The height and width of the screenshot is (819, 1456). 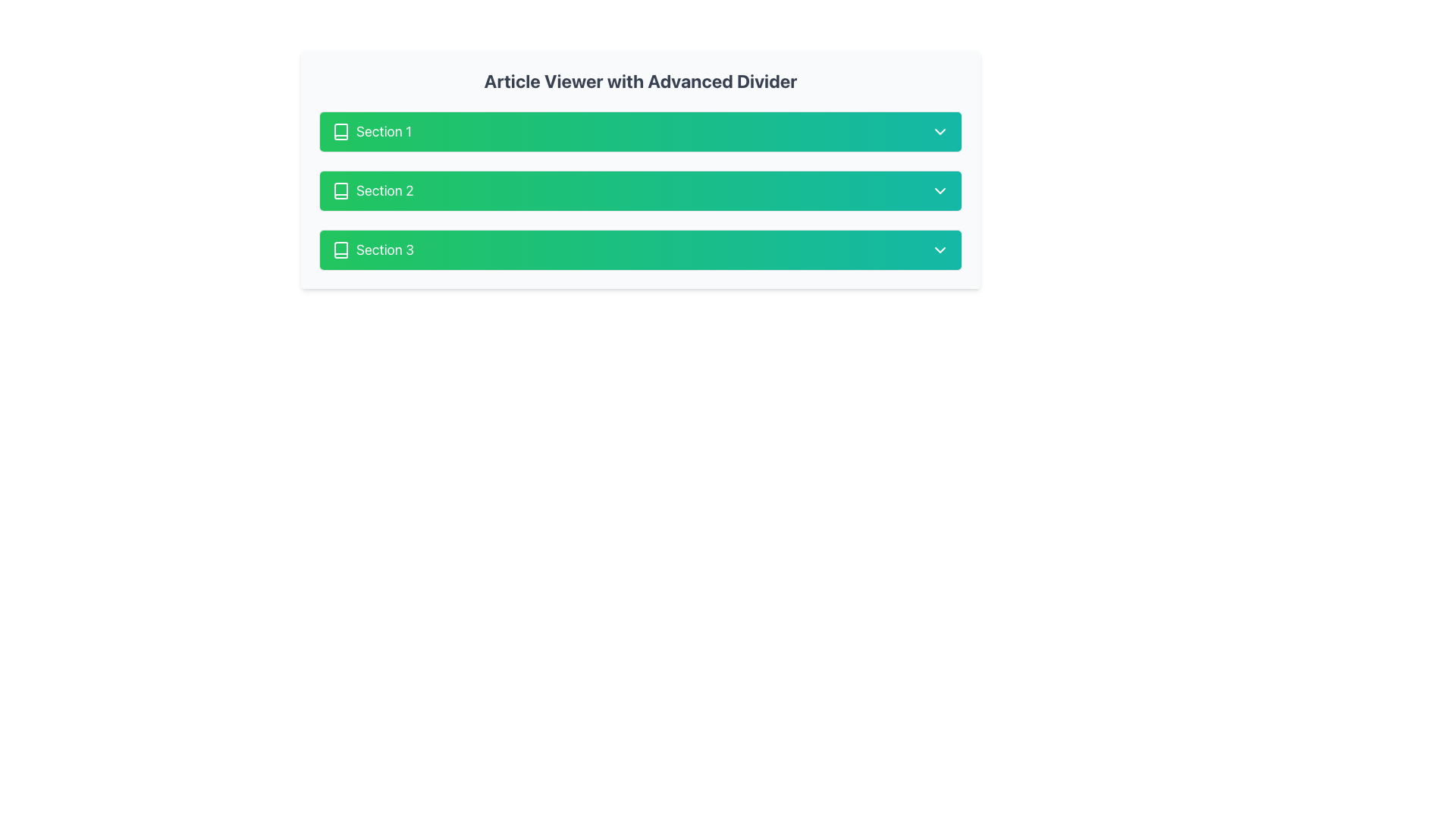 I want to click on the text label reading 'Section 1' which is styled with white text on a green background, located next to a book icon, so click(x=372, y=130).